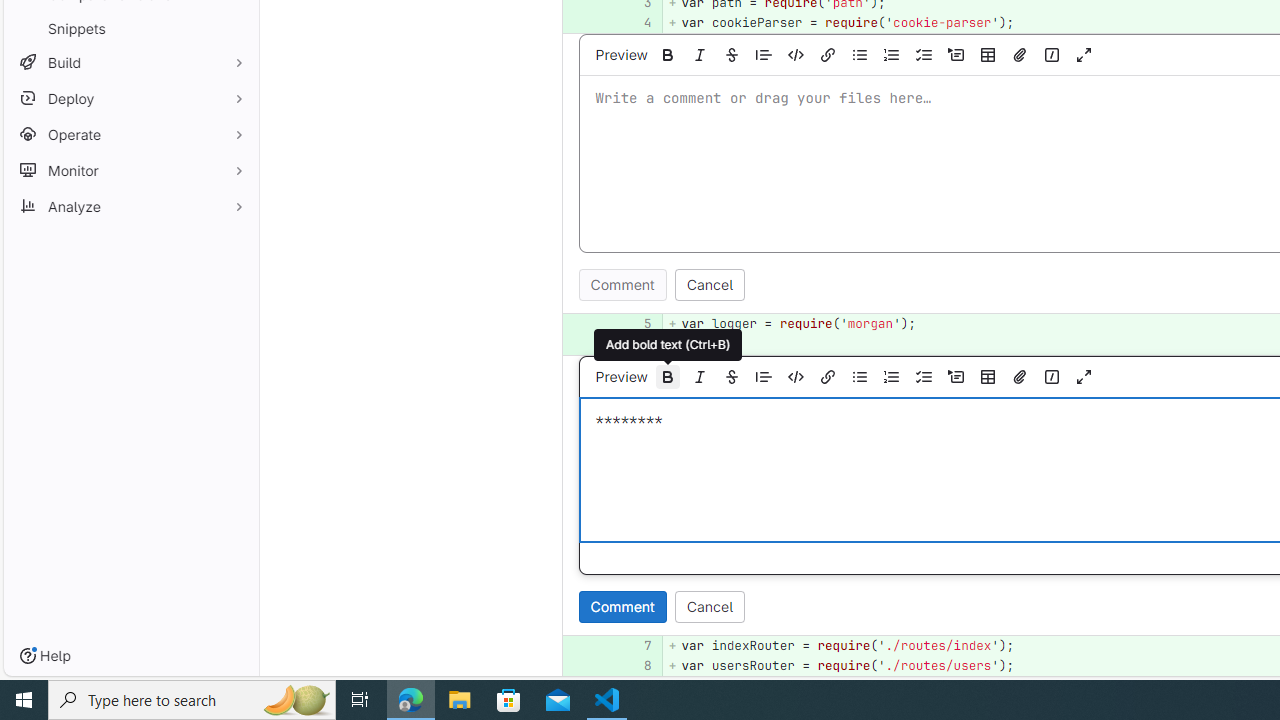 The image size is (1280, 720). What do you see at coordinates (130, 98) in the screenshot?
I see `'Deploy'` at bounding box center [130, 98].